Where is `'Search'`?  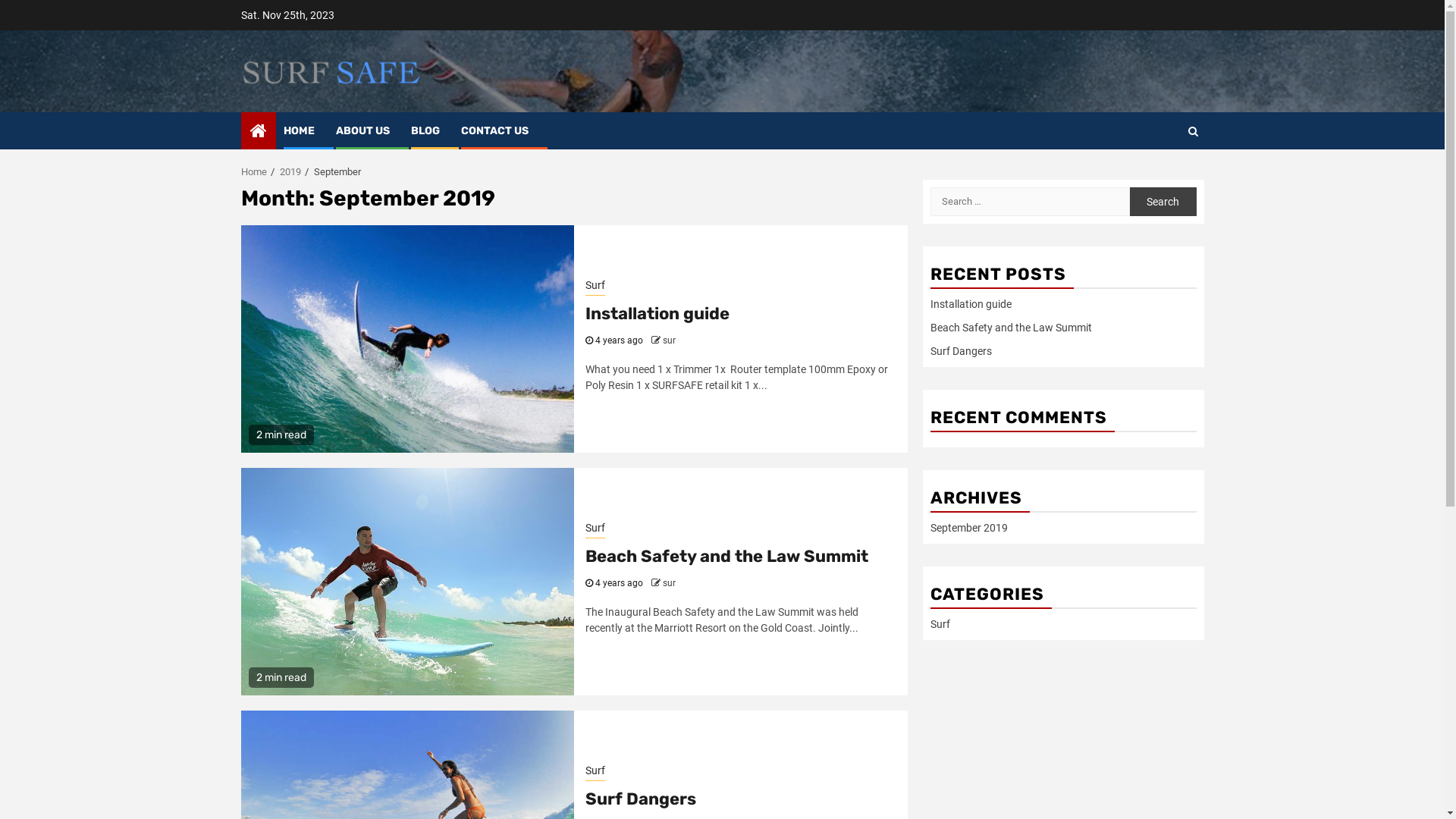 'Search' is located at coordinates (1135, 175).